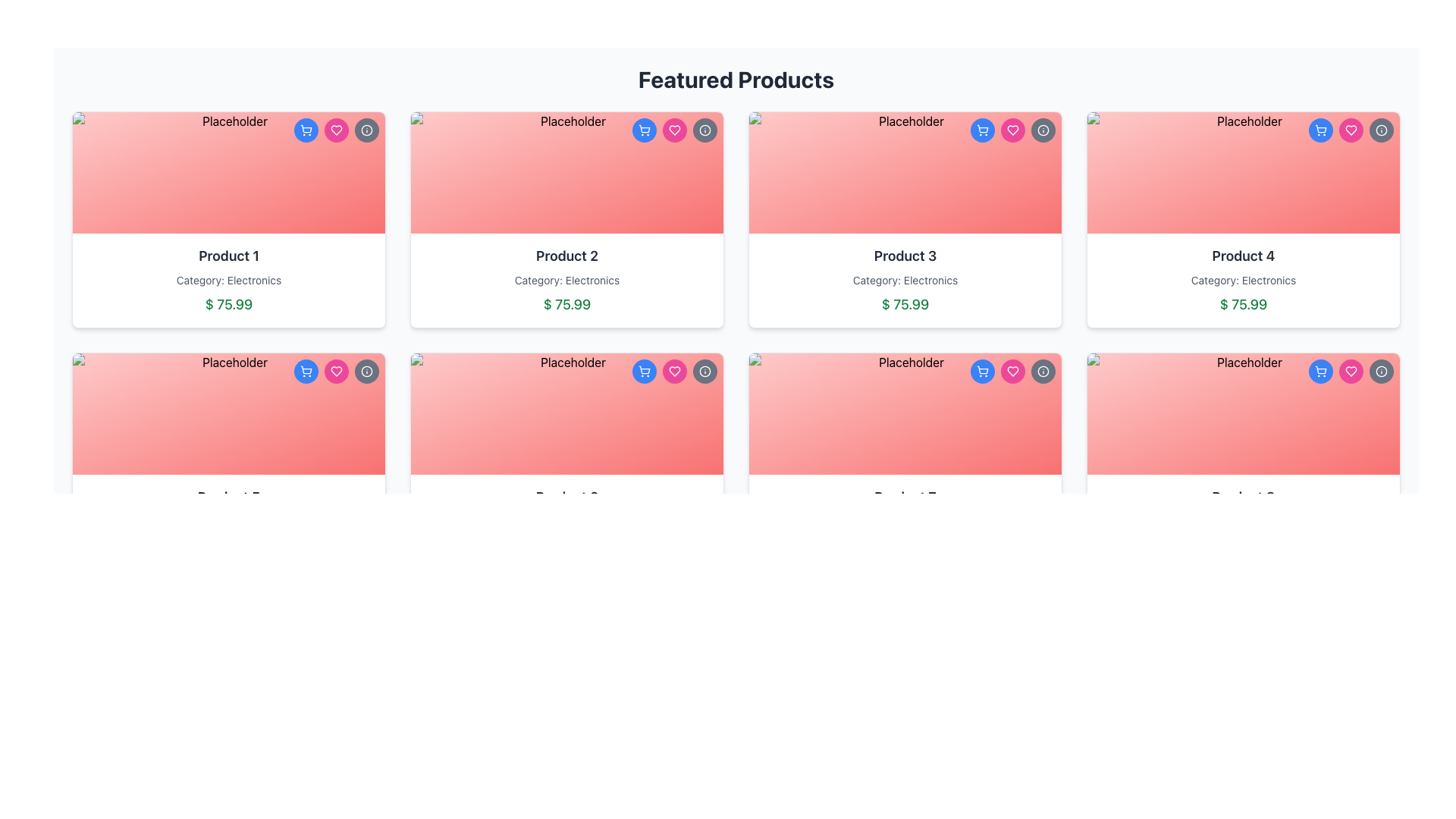  I want to click on the Static Text Label displaying 'Product 2' in bold, located in the second card of the grid layout, above 'Category: Electronics' and '$ 75.99', so click(566, 256).